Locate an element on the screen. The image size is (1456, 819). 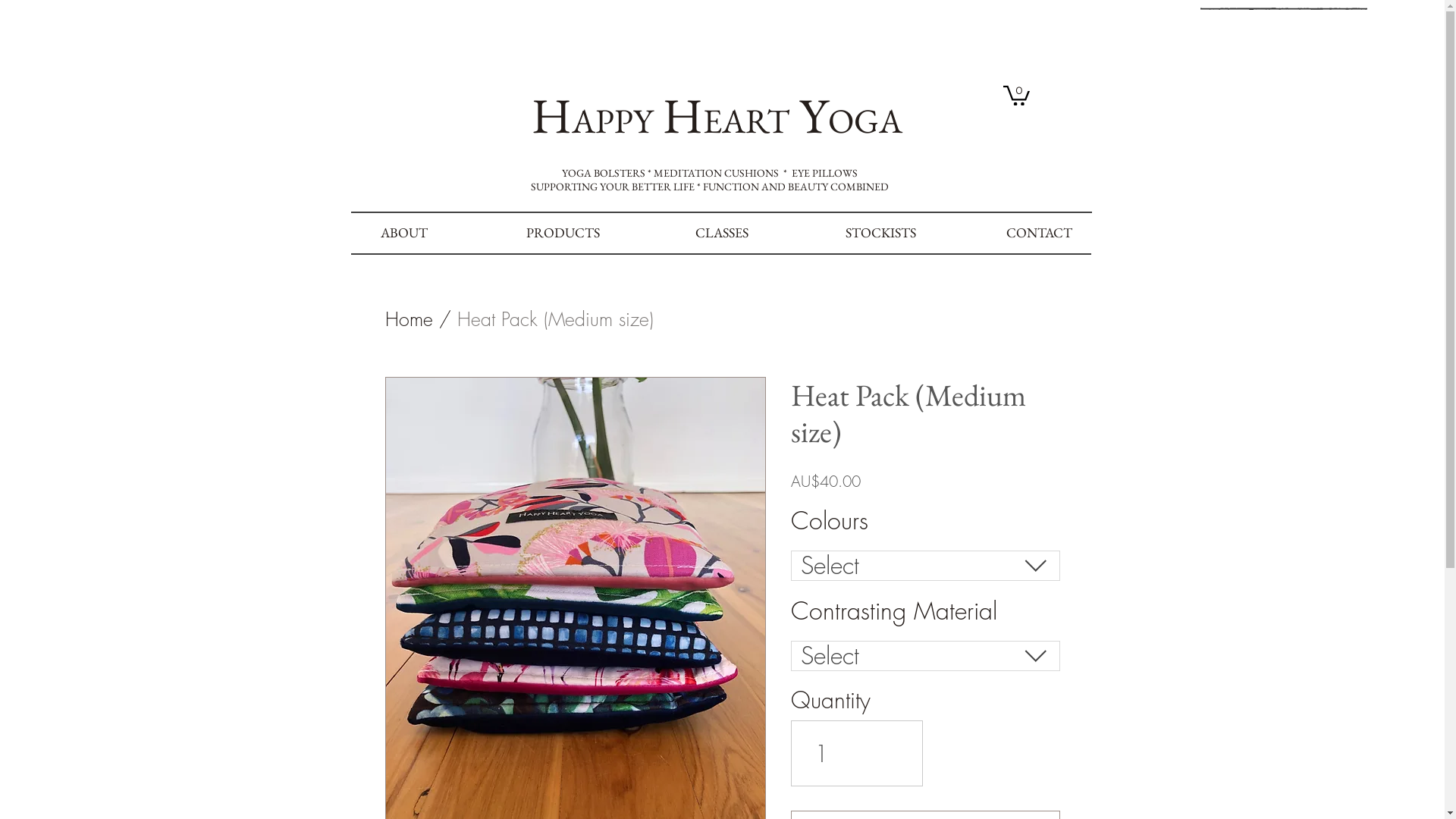
'CONTACT' is located at coordinates (1038, 233).